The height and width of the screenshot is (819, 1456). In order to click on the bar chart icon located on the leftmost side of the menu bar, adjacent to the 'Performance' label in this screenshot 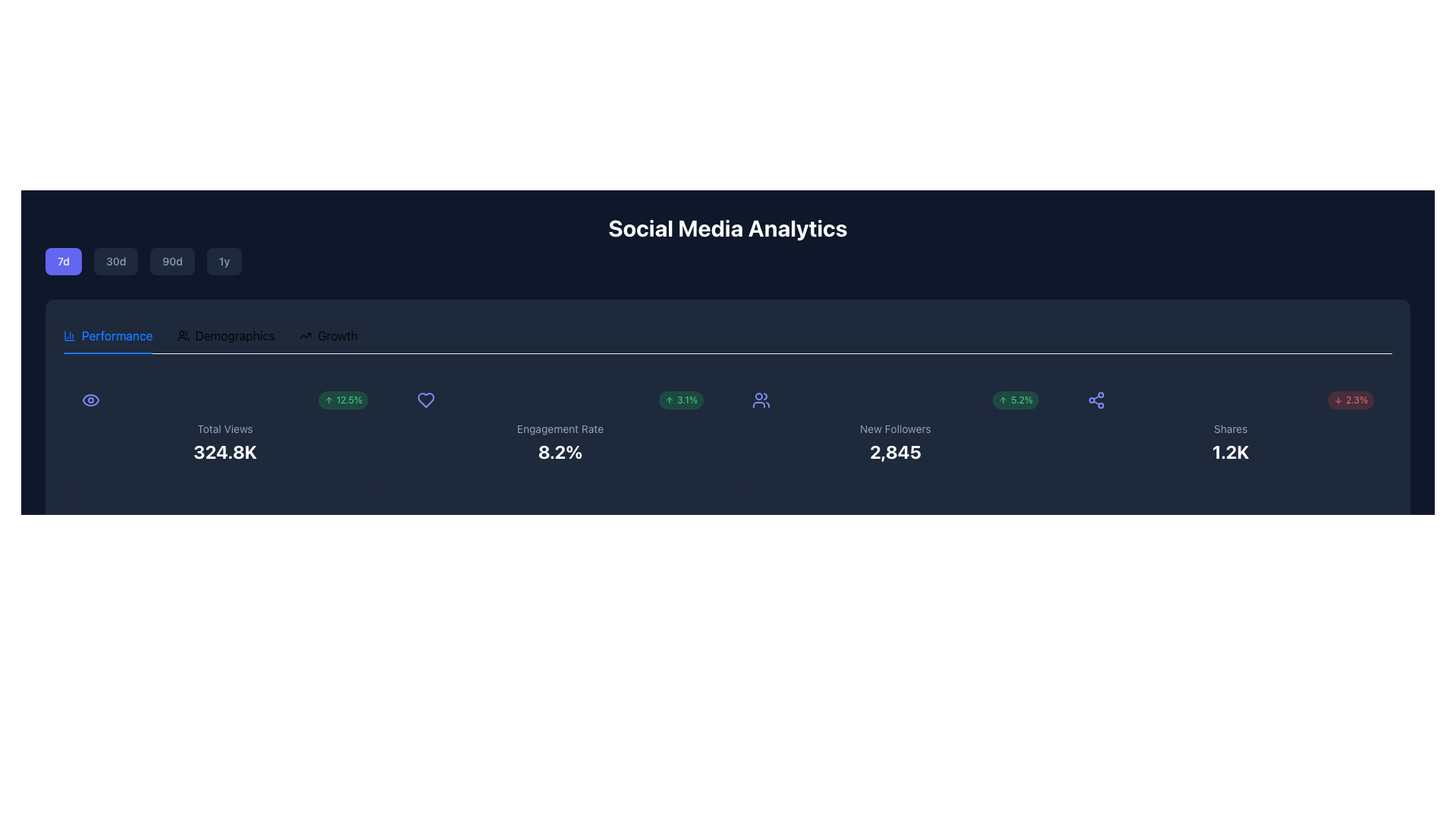, I will do `click(68, 335)`.